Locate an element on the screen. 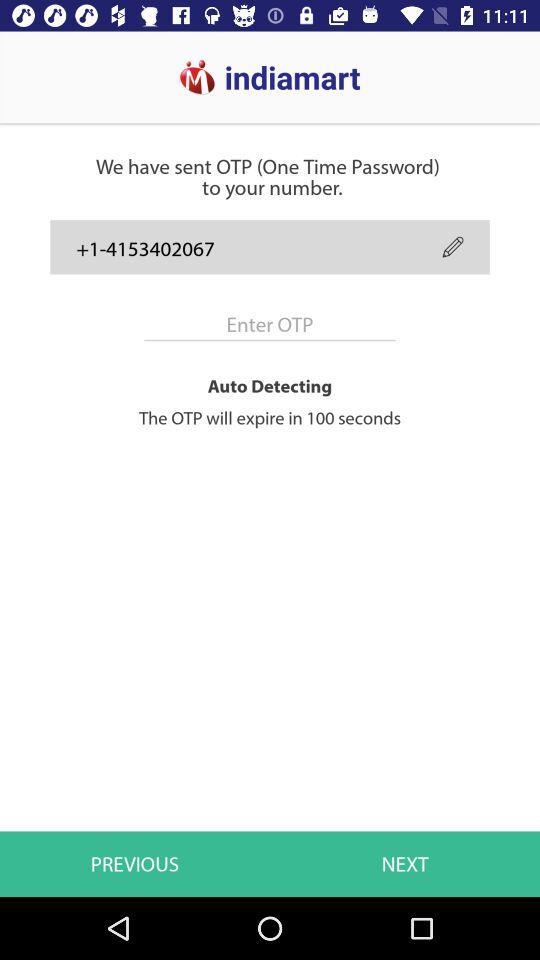 The height and width of the screenshot is (960, 540). one time password is located at coordinates (270, 324).